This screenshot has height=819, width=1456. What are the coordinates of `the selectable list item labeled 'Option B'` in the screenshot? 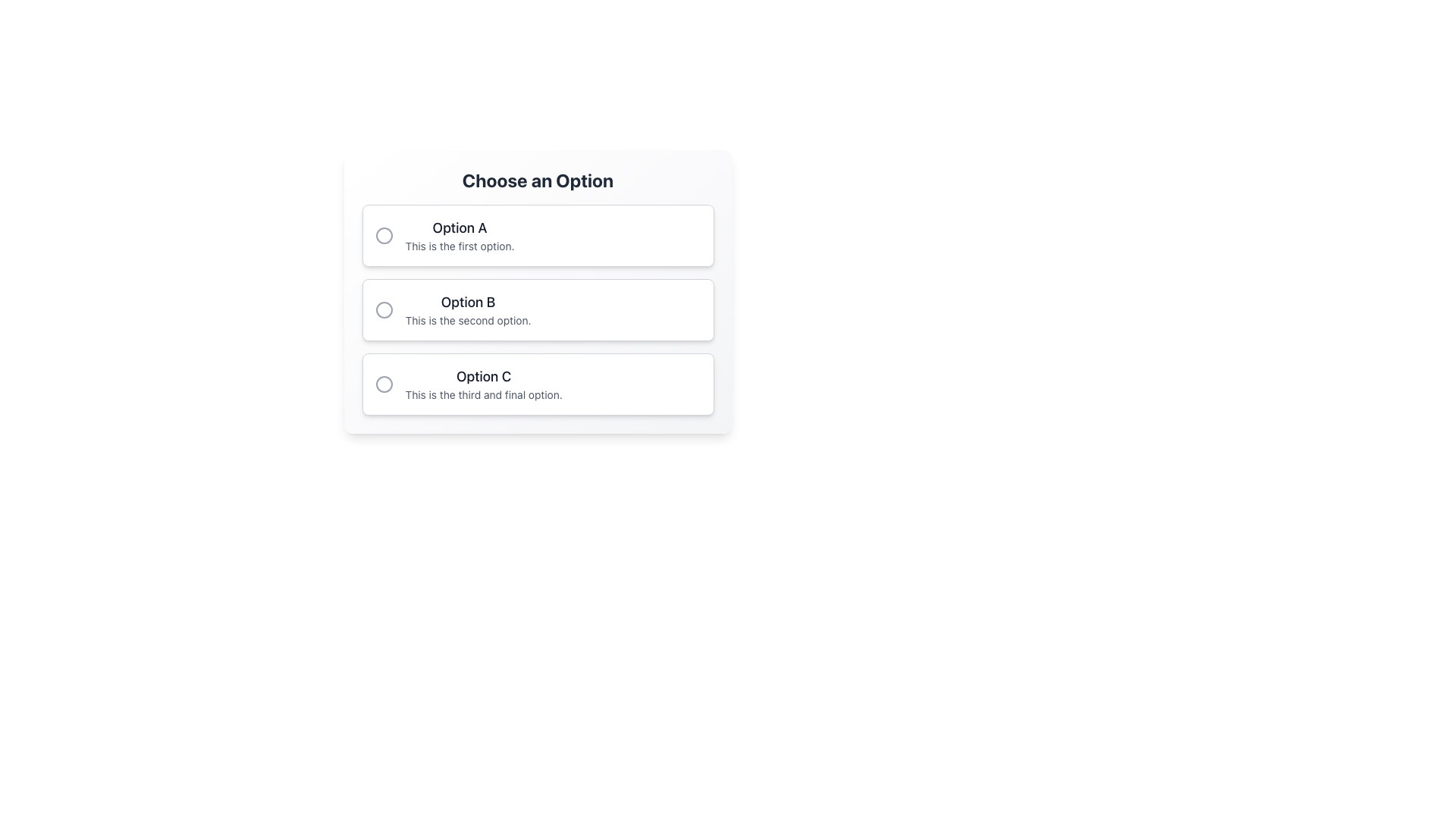 It's located at (538, 309).